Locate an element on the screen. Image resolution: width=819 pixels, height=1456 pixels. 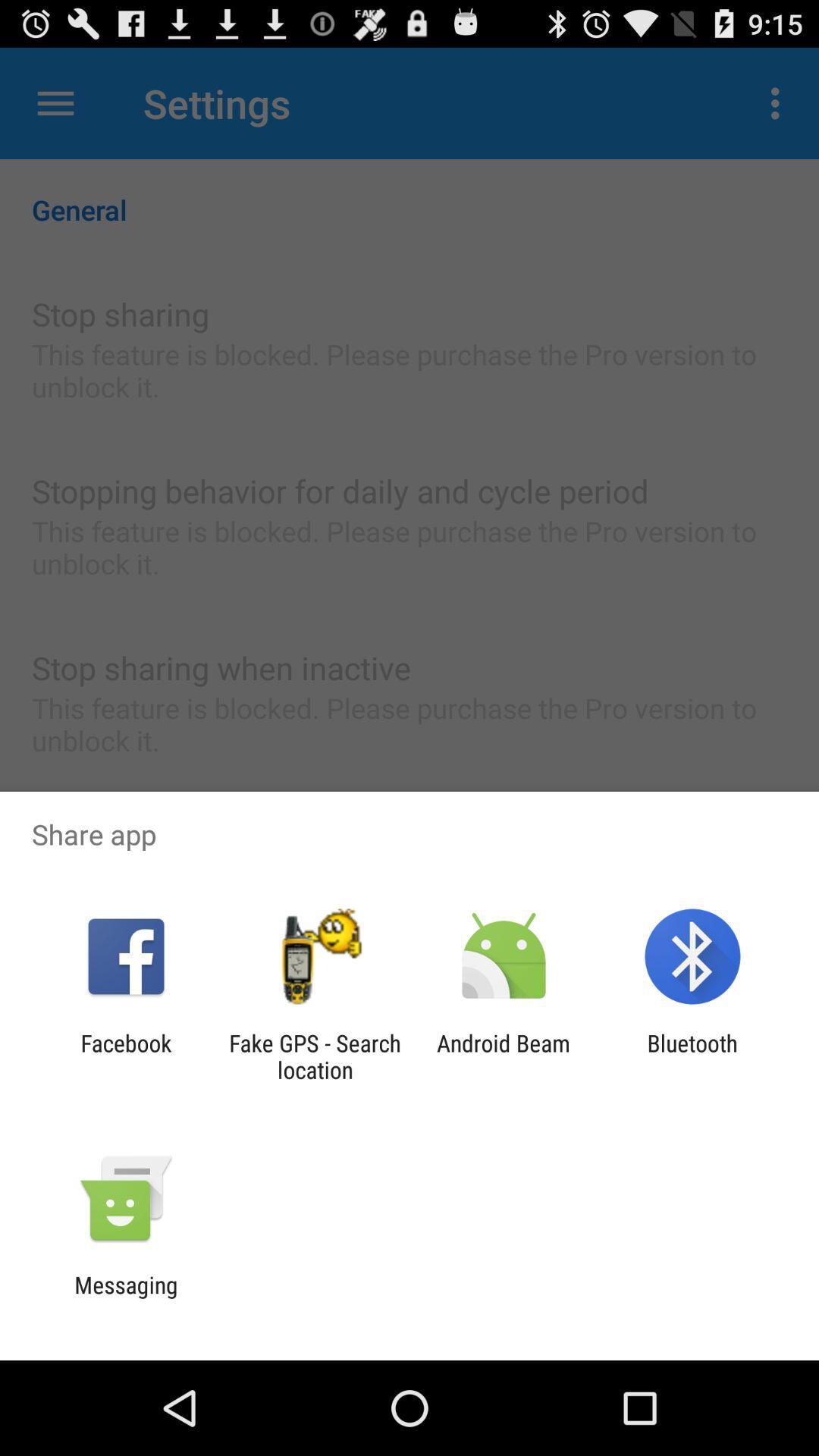
app to the left of the fake gps search icon is located at coordinates (125, 1056).